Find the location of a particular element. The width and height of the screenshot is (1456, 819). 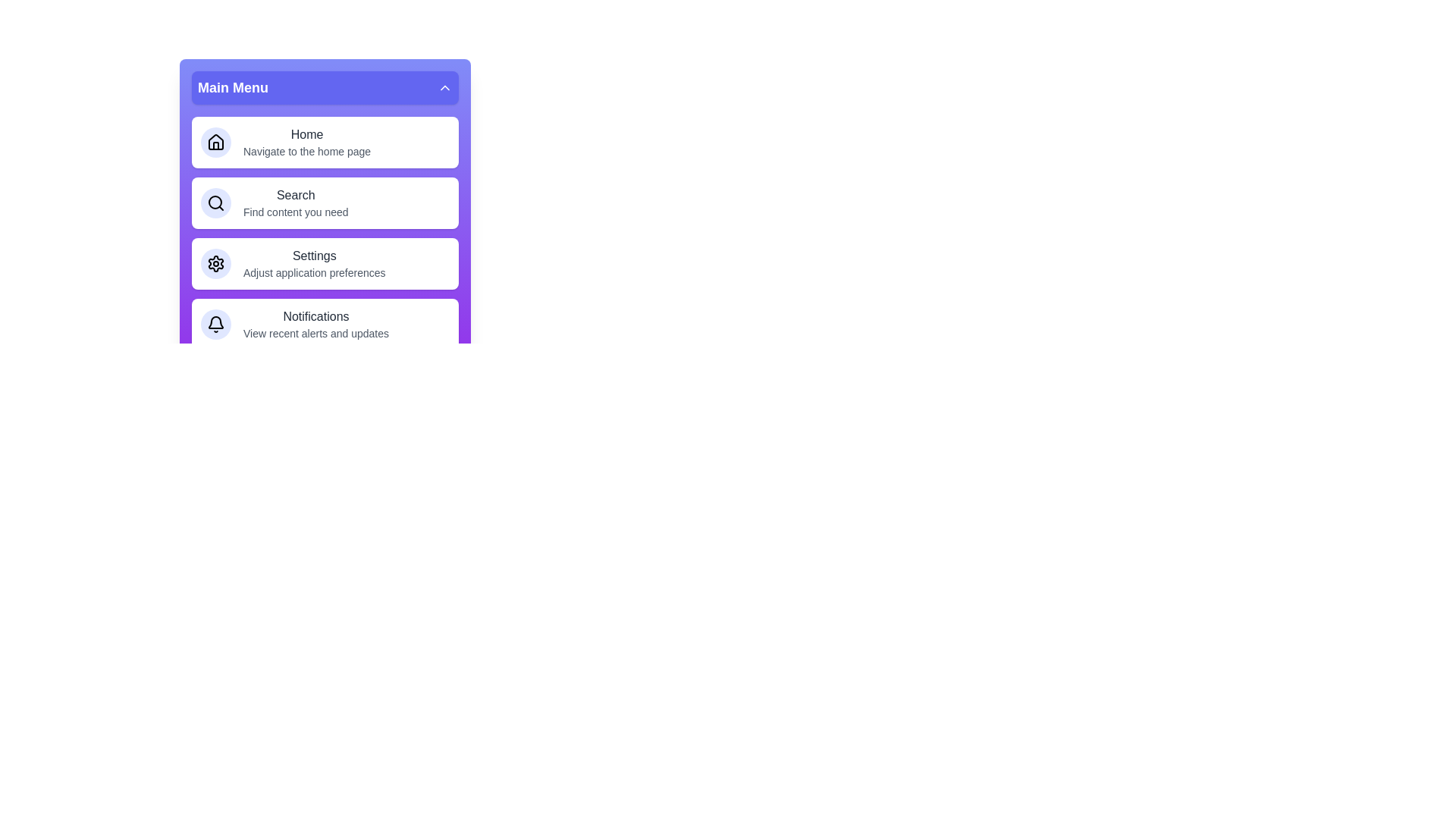

the toggle button to expand or collapse the sidebar menu is located at coordinates (324, 87).